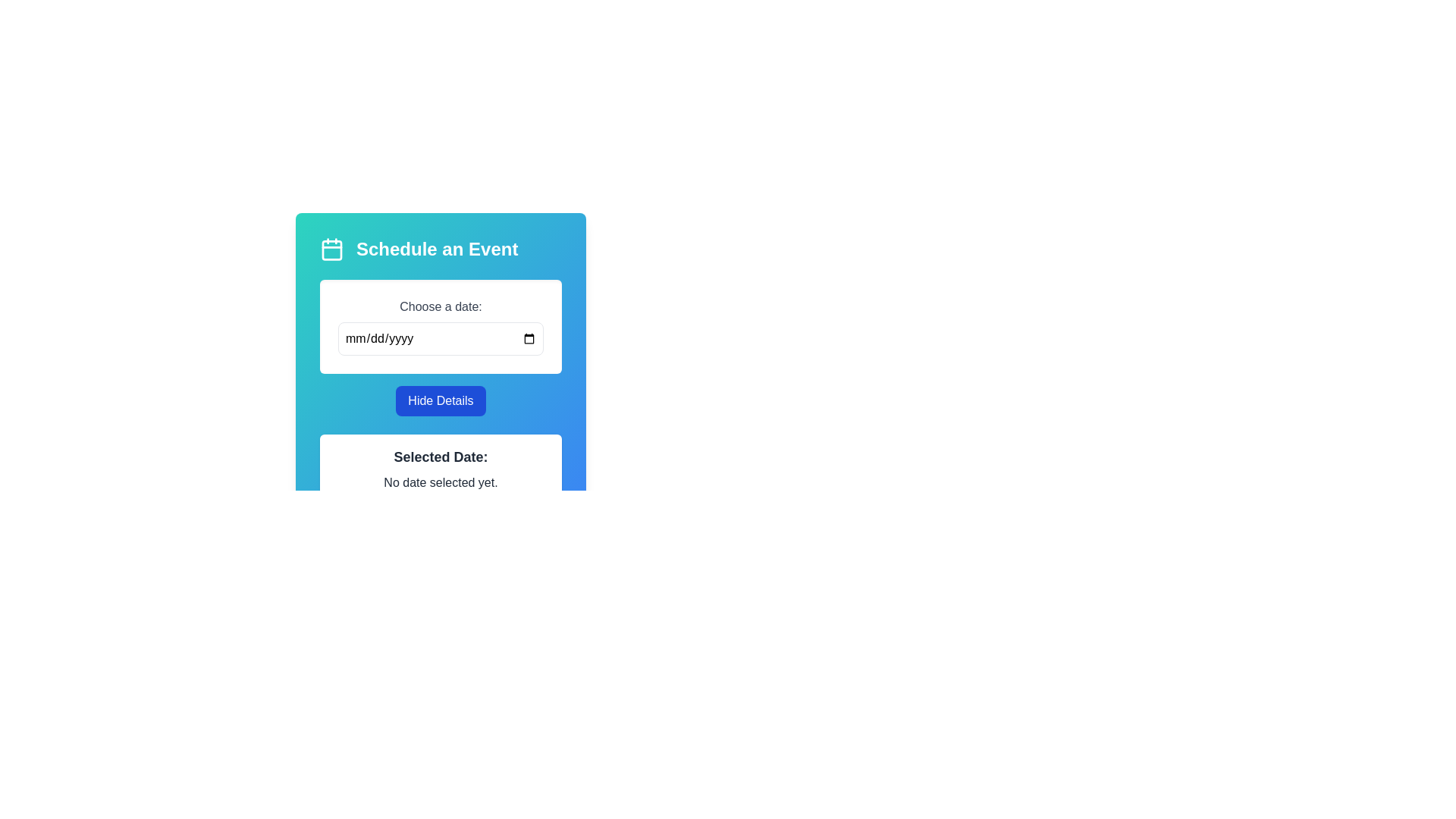 The height and width of the screenshot is (819, 1456). Describe the element at coordinates (440, 400) in the screenshot. I see `the rectangular button with a blue background labeled 'Hide Details' to observe its hover effects` at that location.